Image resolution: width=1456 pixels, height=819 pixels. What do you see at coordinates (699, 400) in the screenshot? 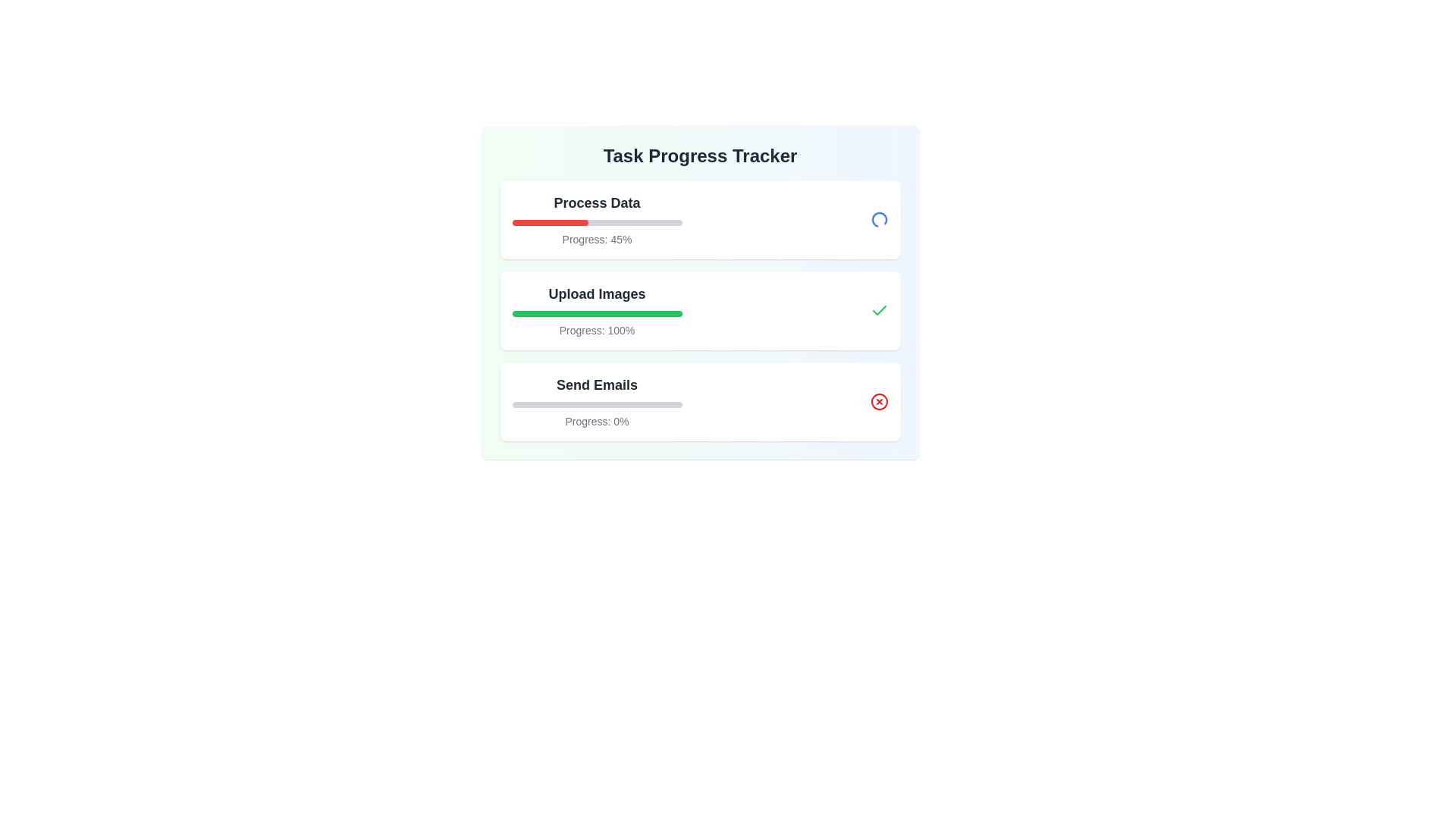
I see `the Progress tracker item element, which displays 'Send Emails' and its progress status 'Progress: 0%'` at bounding box center [699, 400].